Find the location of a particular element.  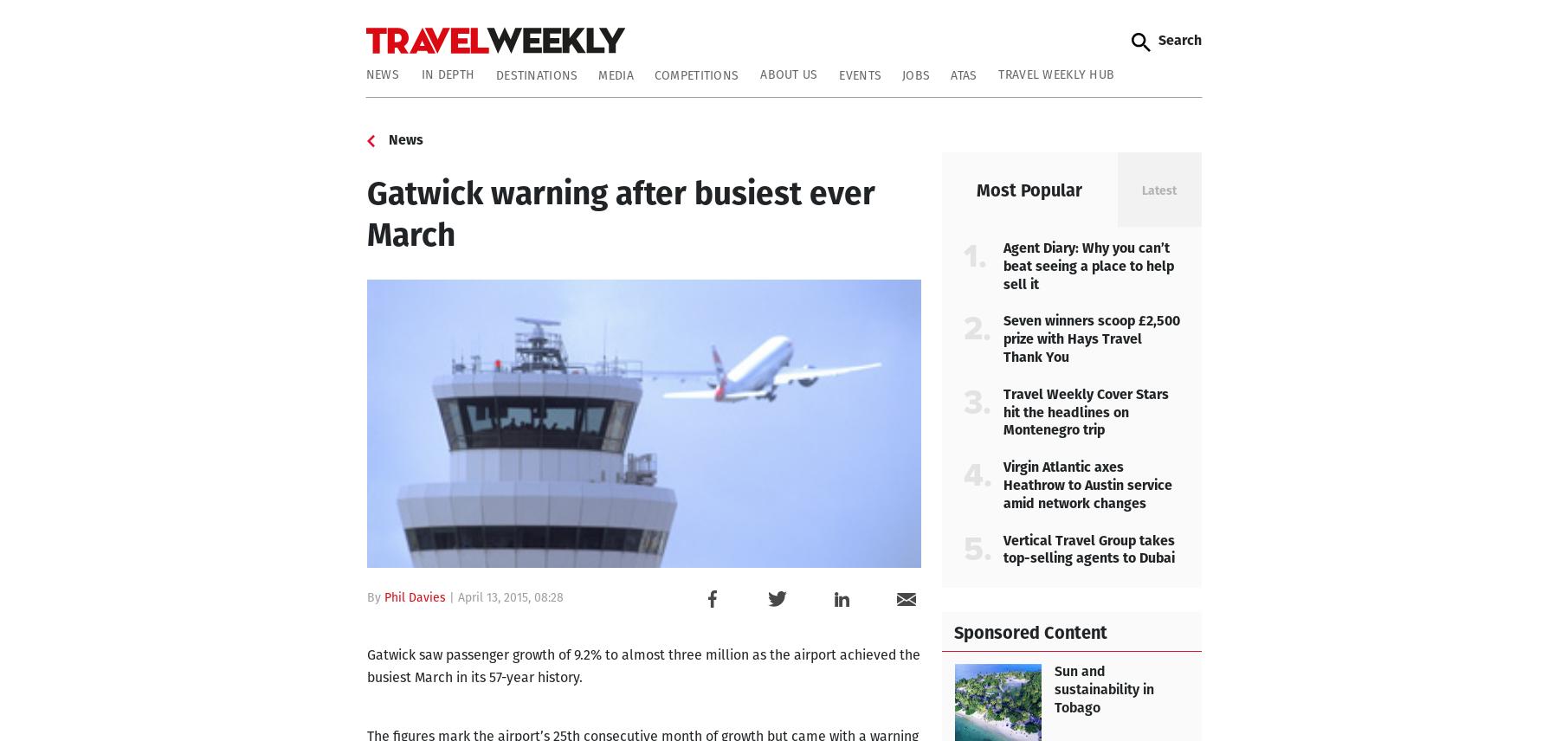

'Oct 27 2023, 13:36' is located at coordinates (1035, 507).